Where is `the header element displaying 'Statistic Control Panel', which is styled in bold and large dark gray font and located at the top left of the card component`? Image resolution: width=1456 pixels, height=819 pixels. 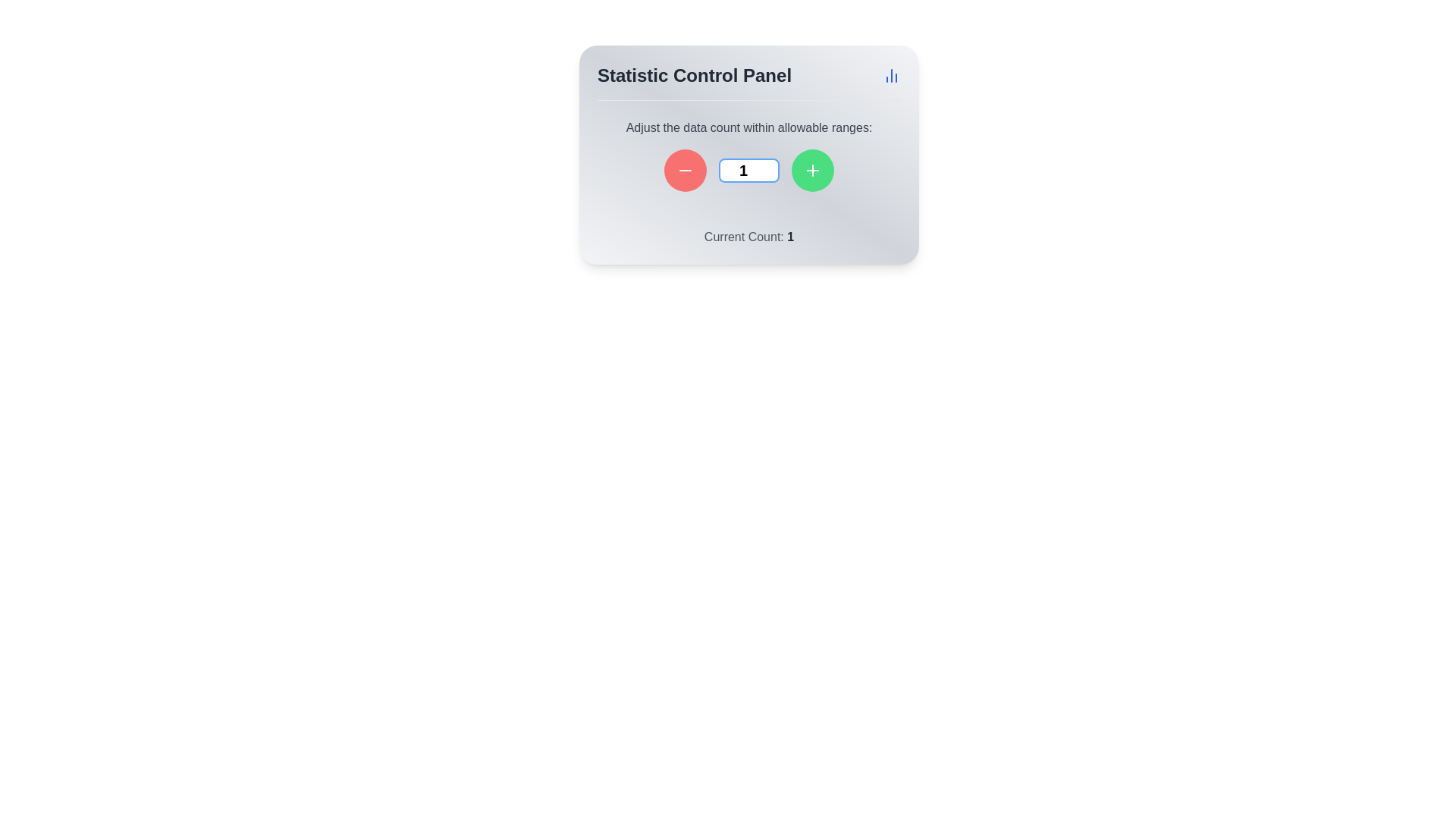 the header element displaying 'Statistic Control Panel', which is styled in bold and large dark gray font and located at the top left of the card component is located at coordinates (694, 76).